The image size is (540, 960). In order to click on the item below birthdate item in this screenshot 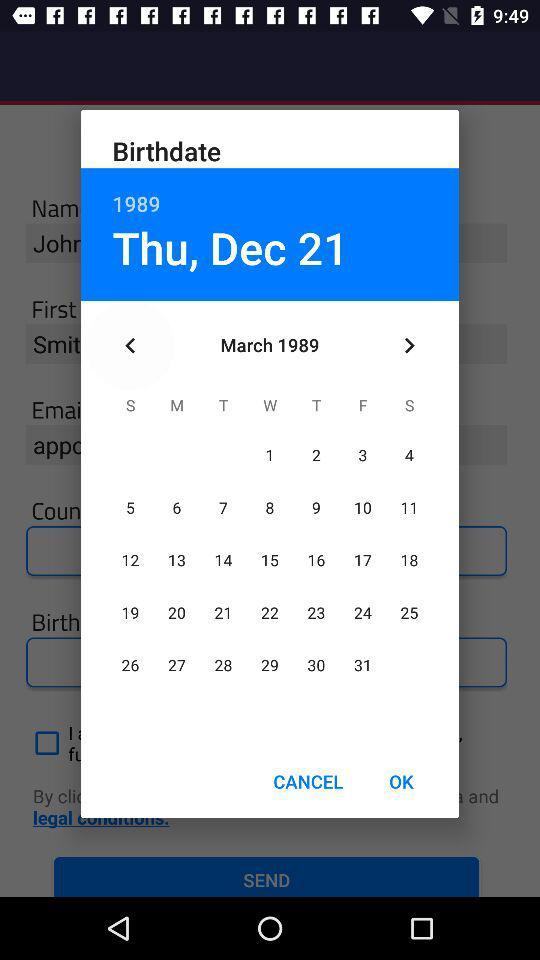, I will do `click(270, 193)`.